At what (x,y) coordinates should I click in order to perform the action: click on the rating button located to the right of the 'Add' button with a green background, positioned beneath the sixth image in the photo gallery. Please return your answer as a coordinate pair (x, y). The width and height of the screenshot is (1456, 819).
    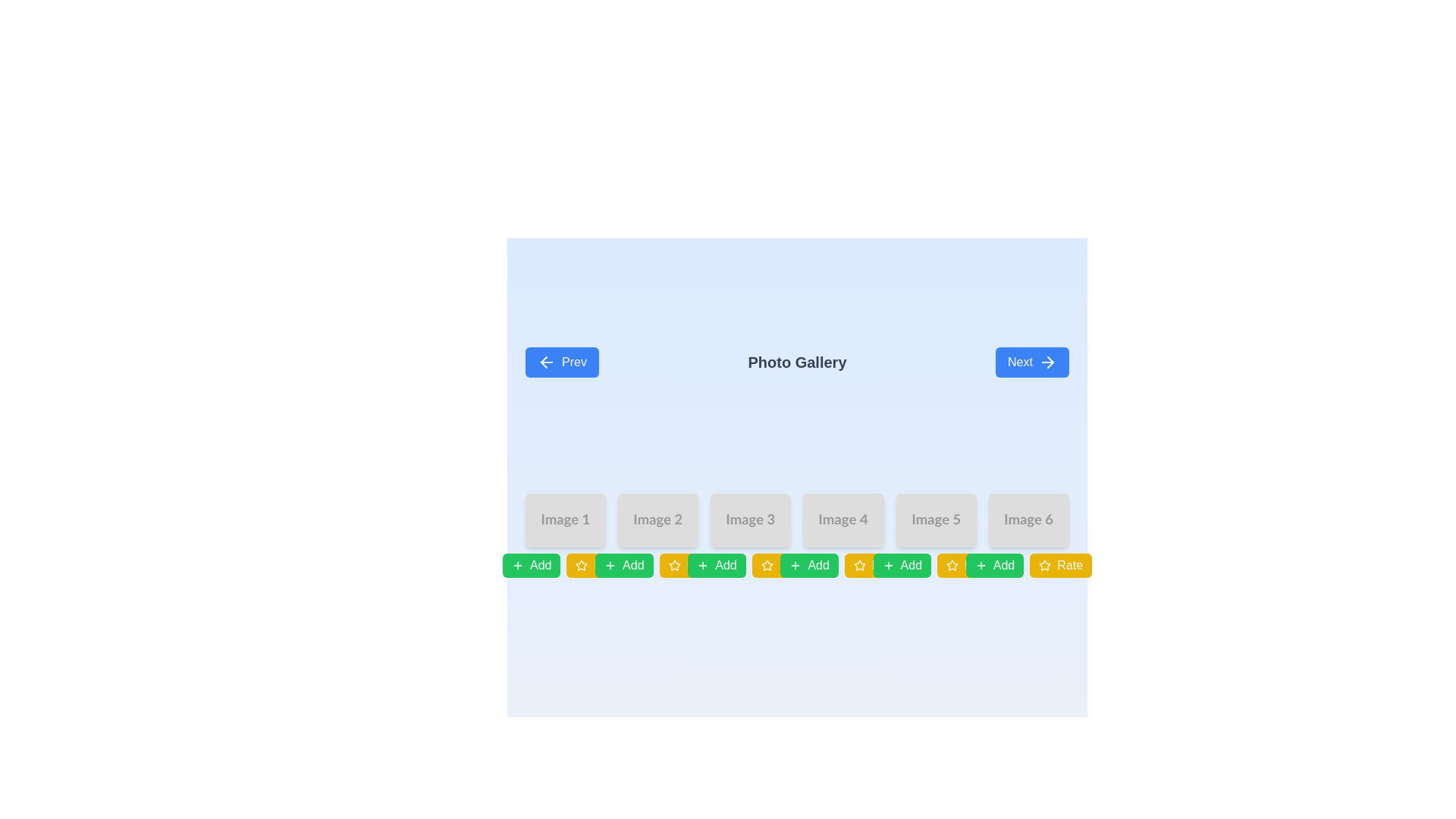
    Looking at the image, I should click on (1028, 565).